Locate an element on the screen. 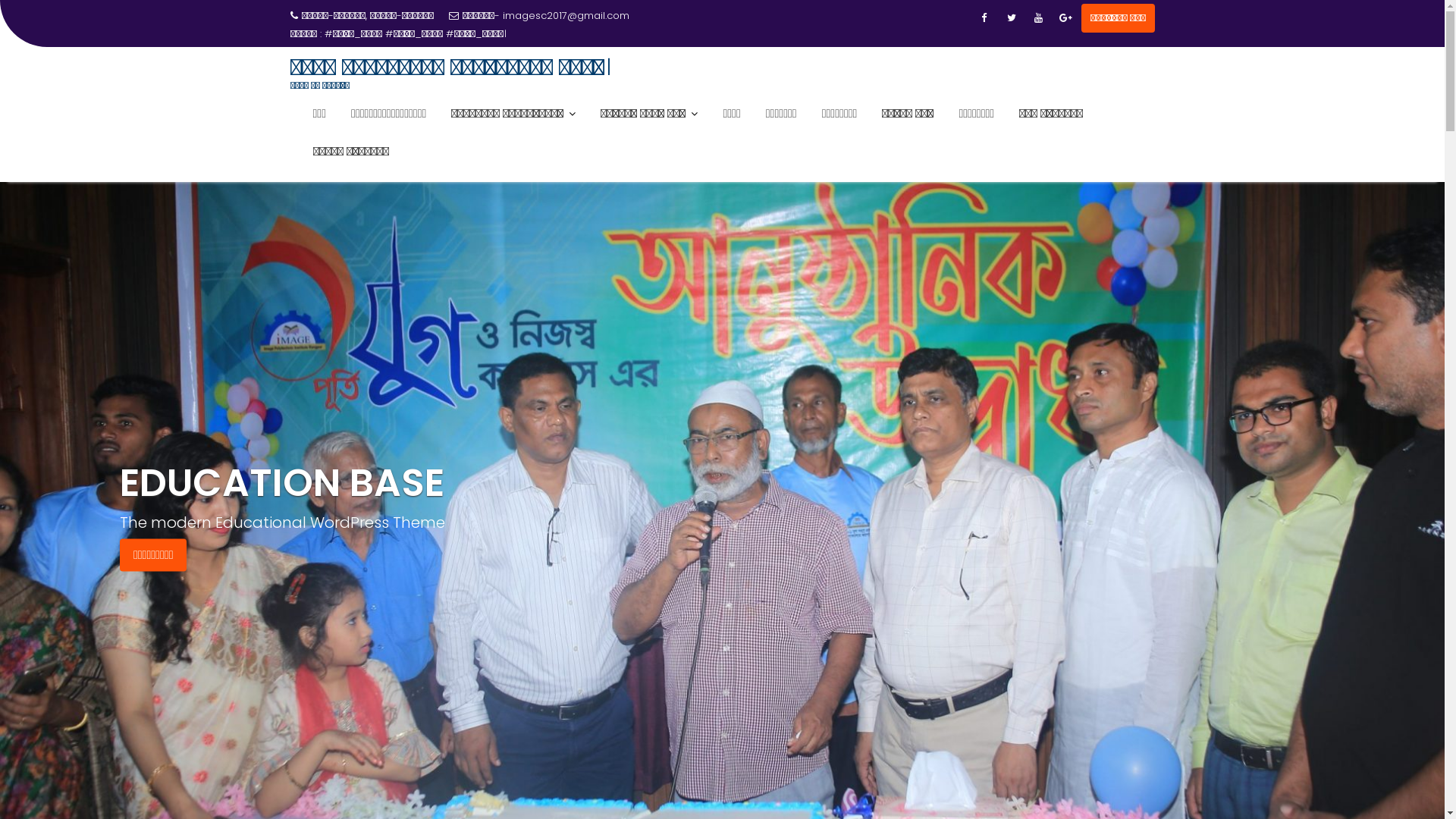  'Youtube' is located at coordinates (1037, 17).